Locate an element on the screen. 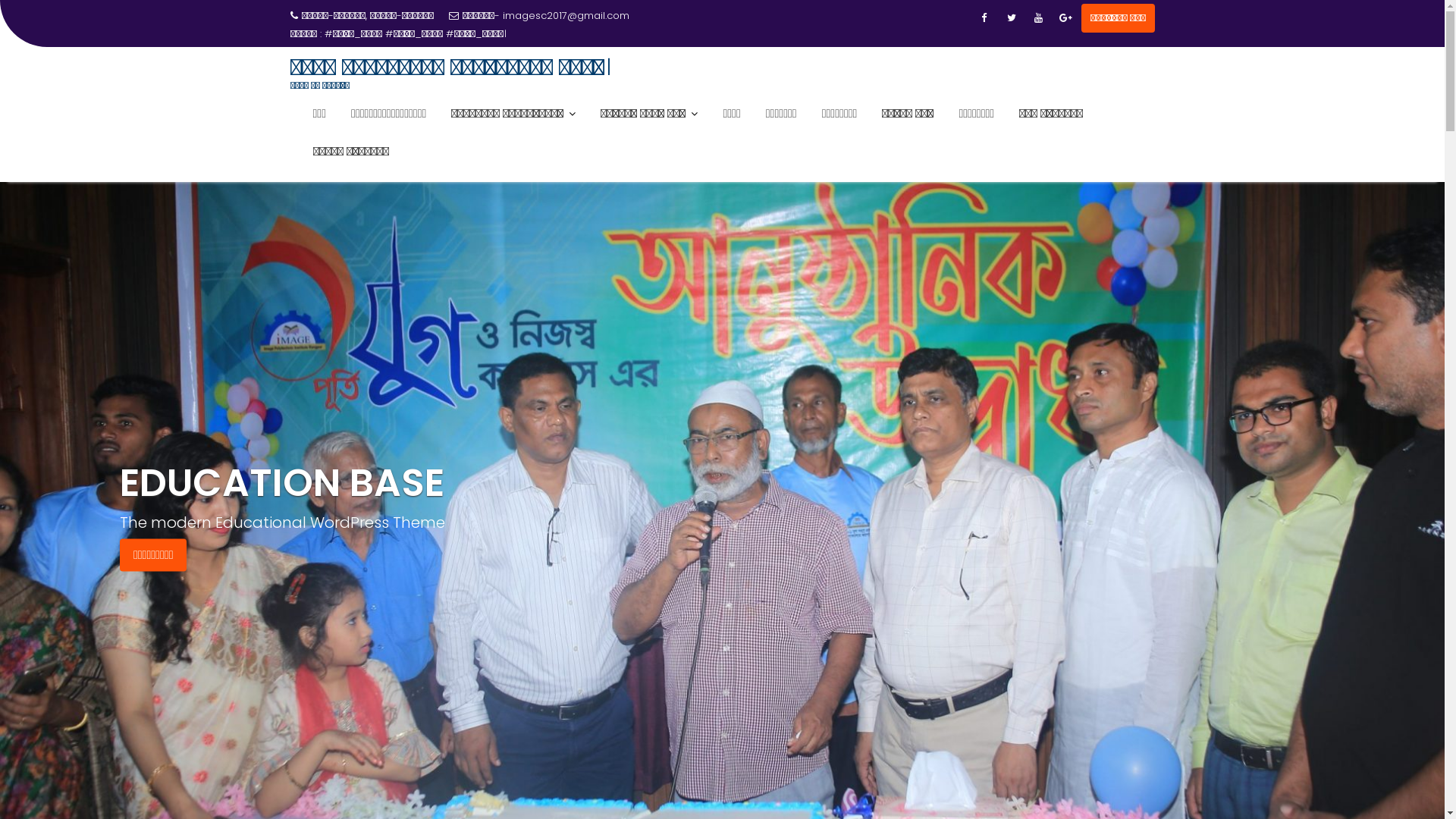  'Youtube' is located at coordinates (1037, 17).